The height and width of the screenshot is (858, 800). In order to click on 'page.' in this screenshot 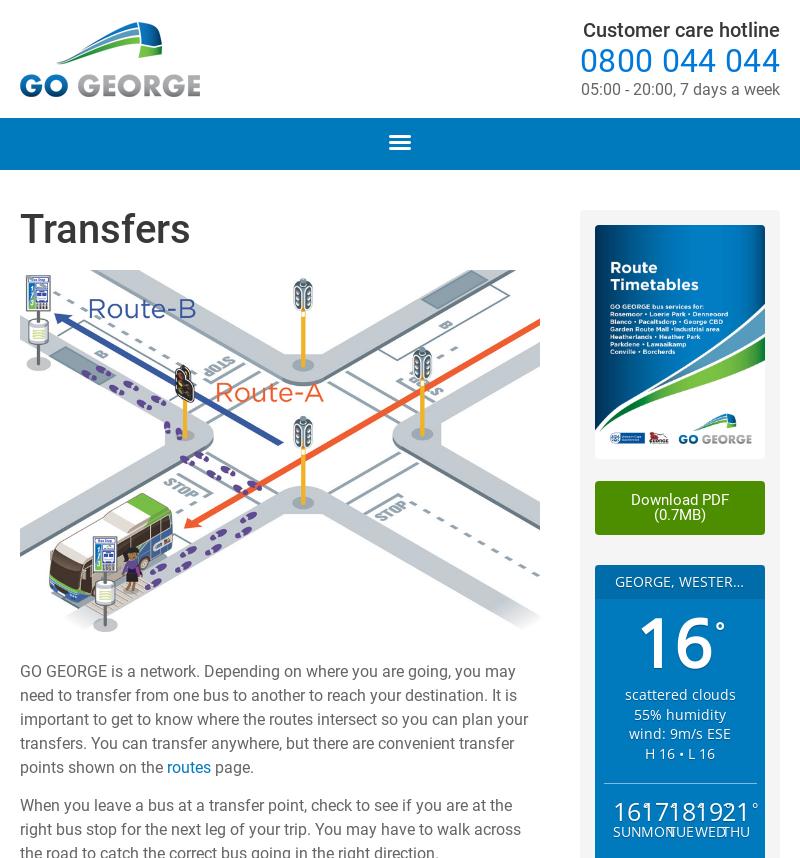, I will do `click(210, 765)`.